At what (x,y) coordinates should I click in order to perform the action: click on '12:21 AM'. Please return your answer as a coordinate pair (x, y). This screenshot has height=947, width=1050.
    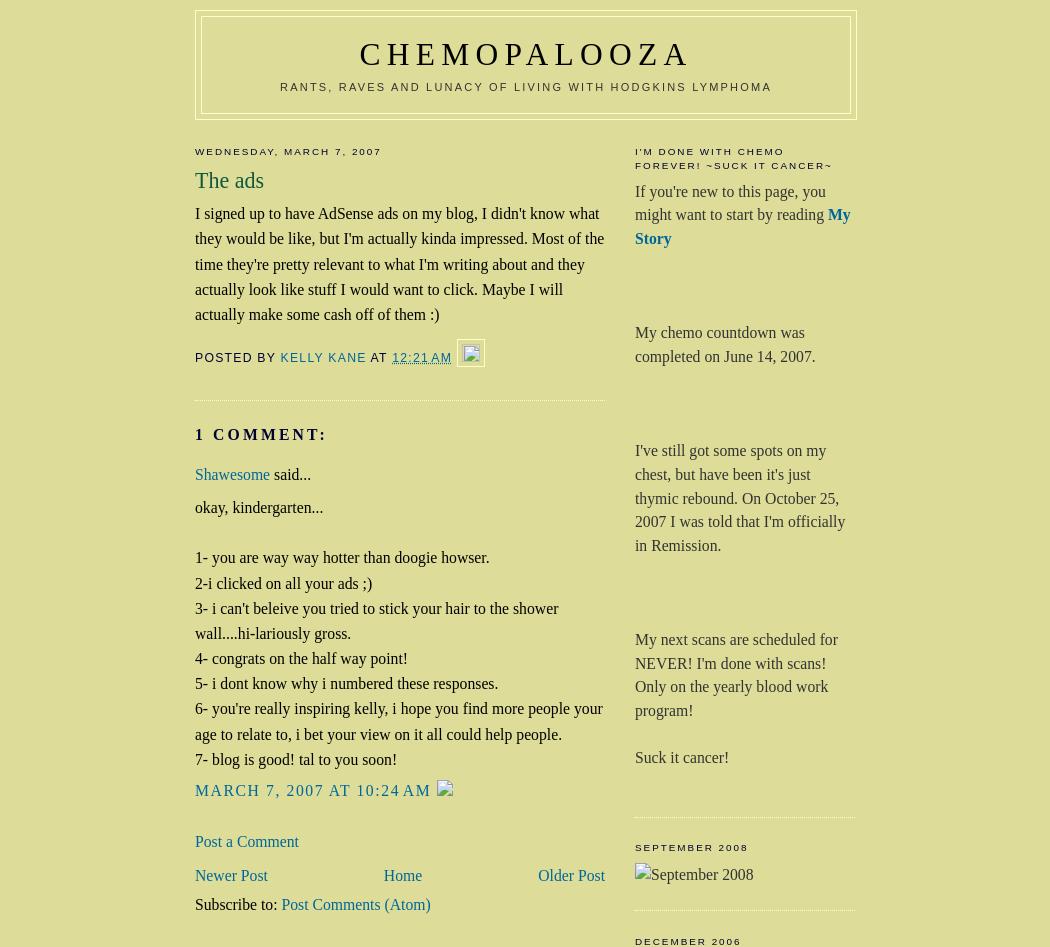
    Looking at the image, I should click on (420, 356).